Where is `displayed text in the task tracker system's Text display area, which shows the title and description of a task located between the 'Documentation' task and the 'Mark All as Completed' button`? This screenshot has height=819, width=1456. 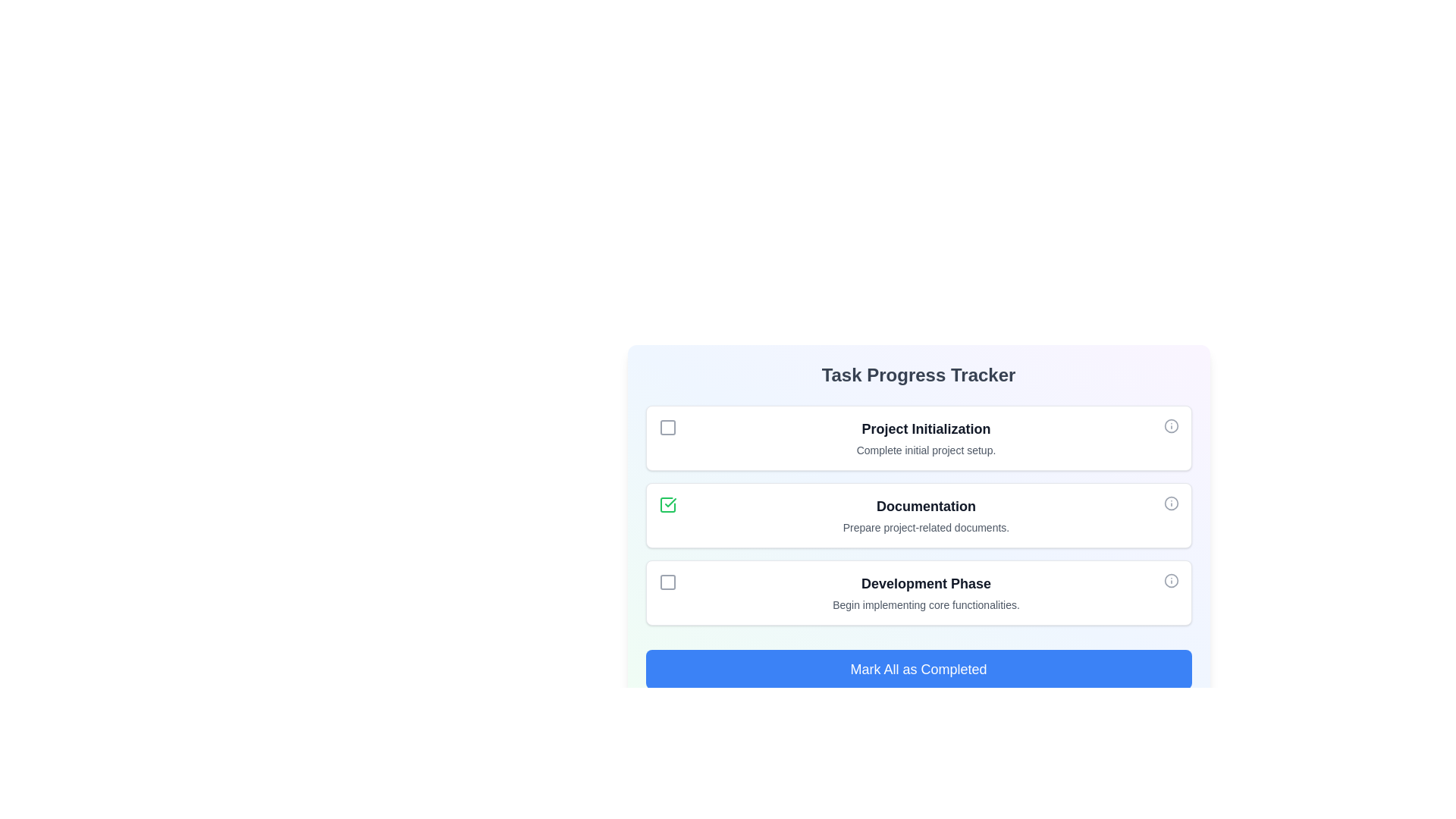
displayed text in the task tracker system's Text display area, which shows the title and description of a task located between the 'Documentation' task and the 'Mark All as Completed' button is located at coordinates (925, 592).